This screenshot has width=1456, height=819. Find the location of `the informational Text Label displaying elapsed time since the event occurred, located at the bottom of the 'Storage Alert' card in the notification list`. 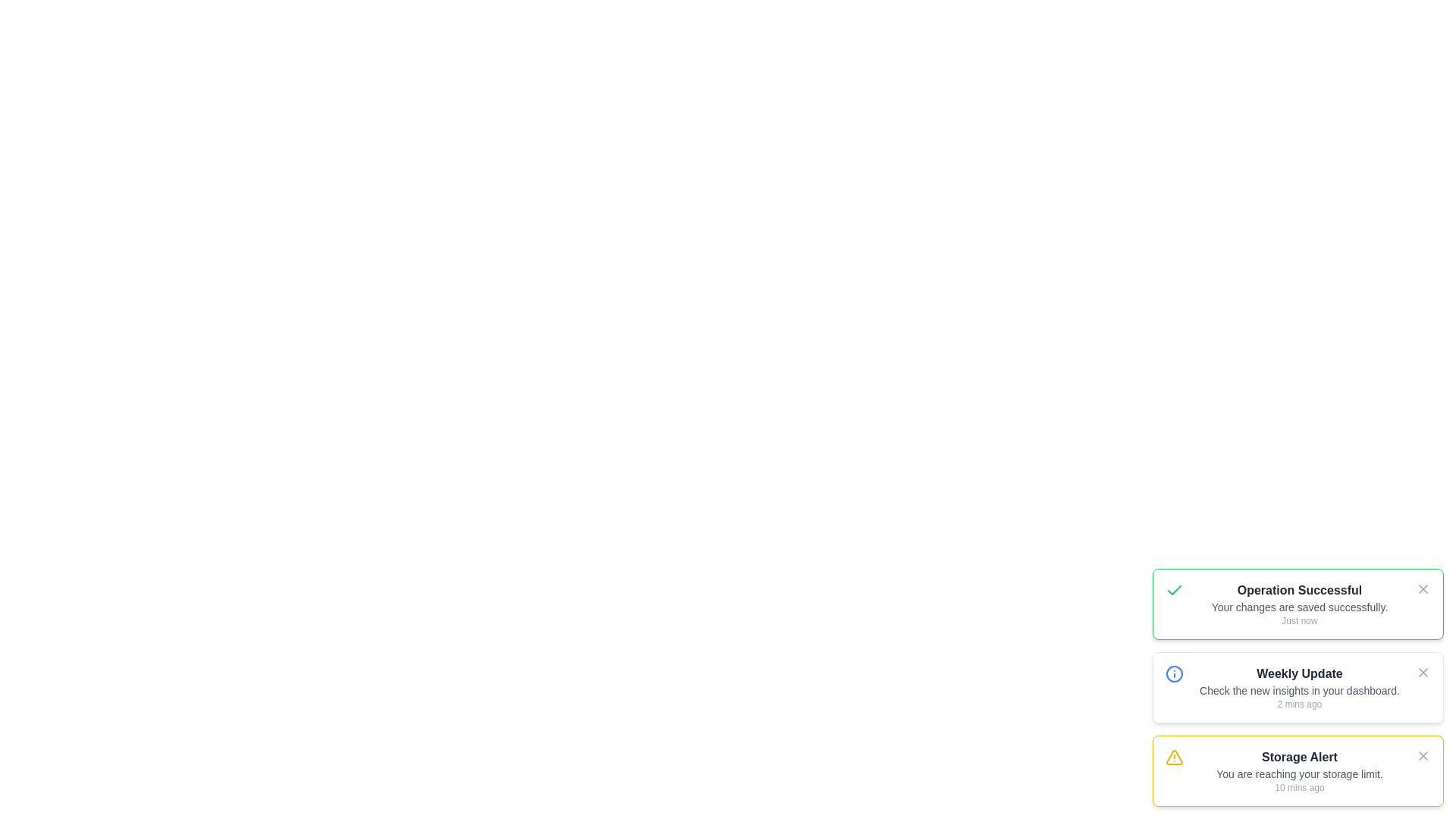

the informational Text Label displaying elapsed time since the event occurred, located at the bottom of the 'Storage Alert' card in the notification list is located at coordinates (1298, 786).